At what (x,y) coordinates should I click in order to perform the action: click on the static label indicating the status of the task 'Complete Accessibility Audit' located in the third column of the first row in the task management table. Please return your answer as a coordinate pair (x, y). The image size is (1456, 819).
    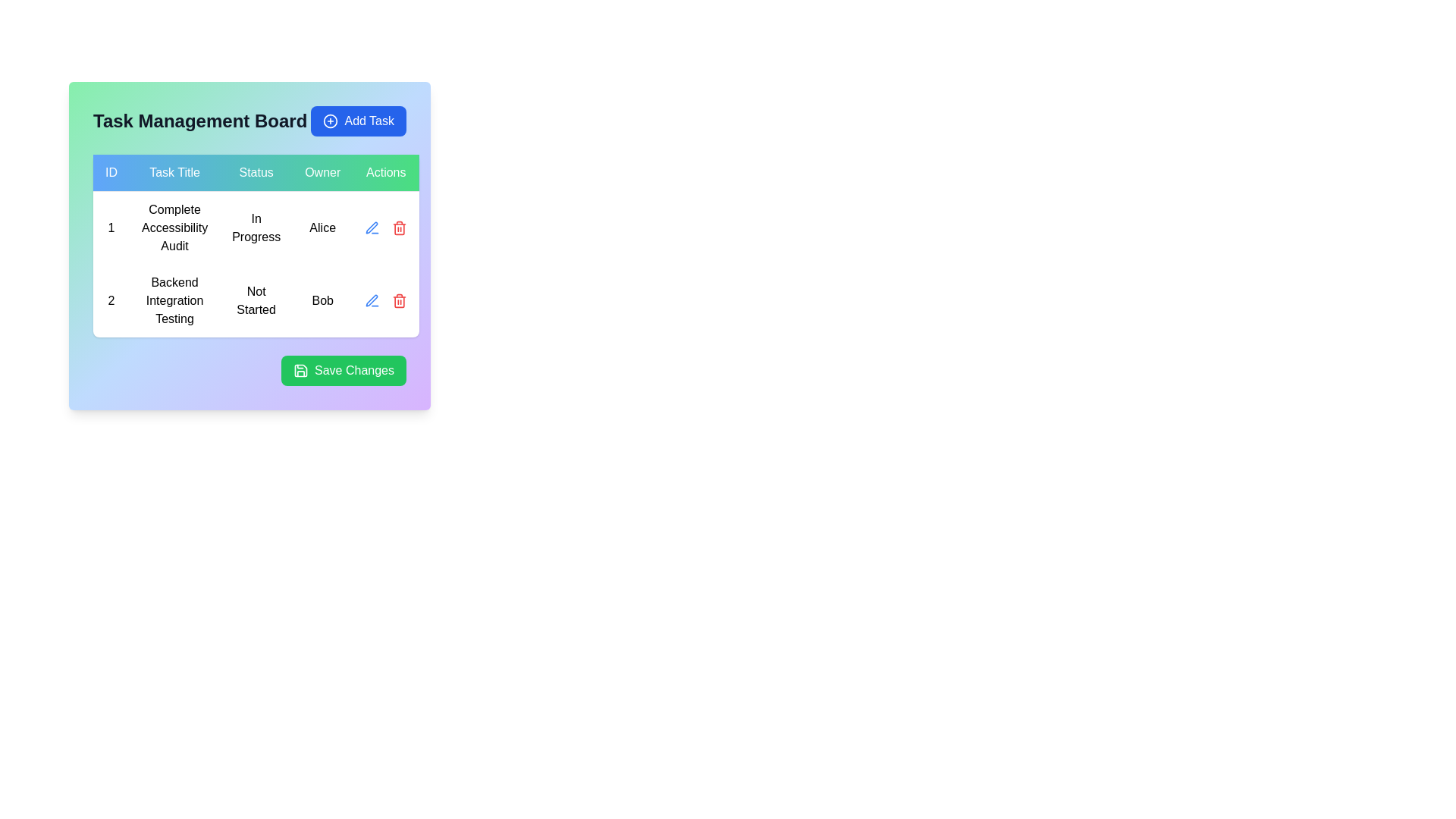
    Looking at the image, I should click on (256, 227).